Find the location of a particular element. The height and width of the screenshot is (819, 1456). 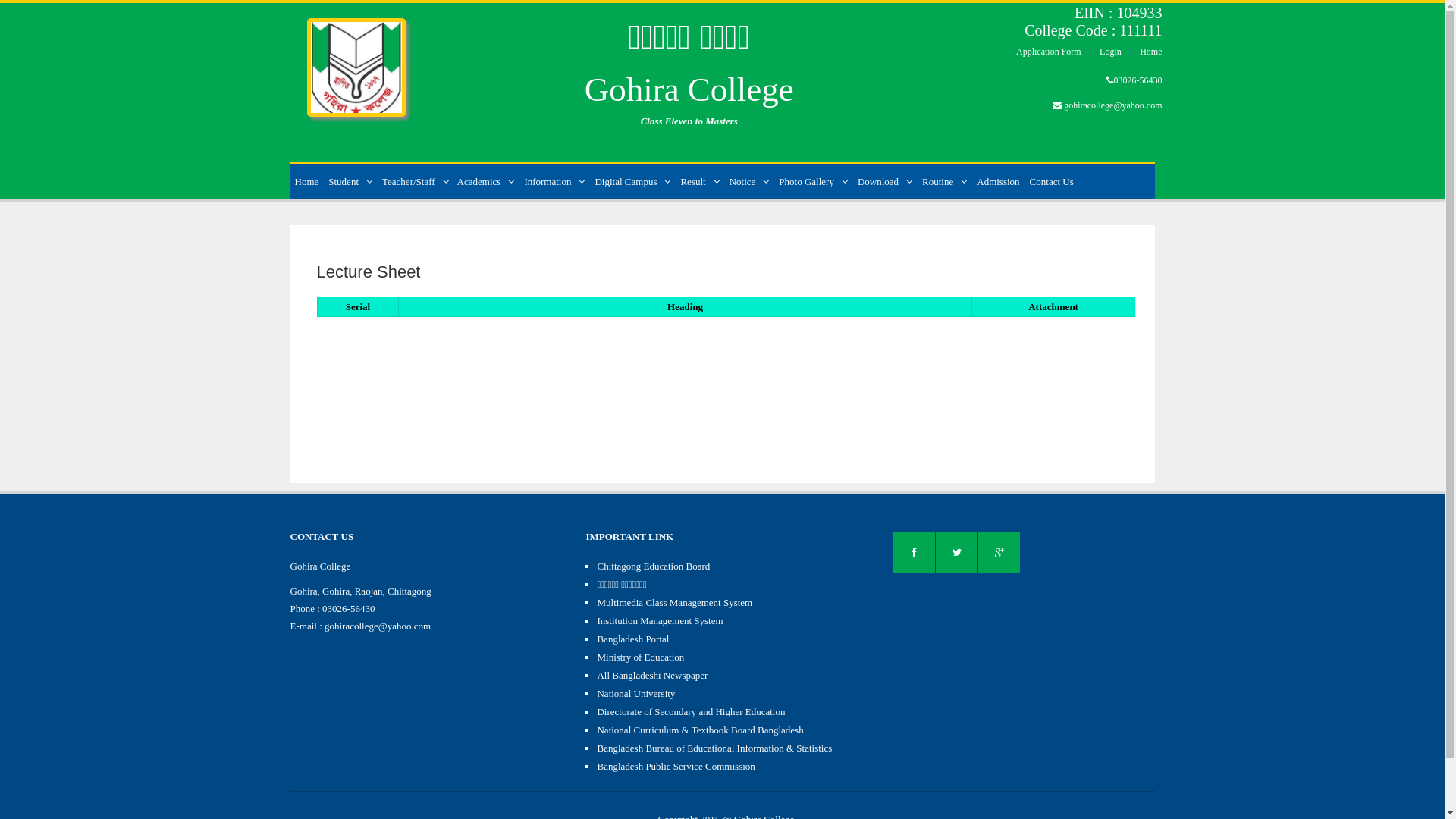

'Bangladesh Public Service Commission' is located at coordinates (675, 766).